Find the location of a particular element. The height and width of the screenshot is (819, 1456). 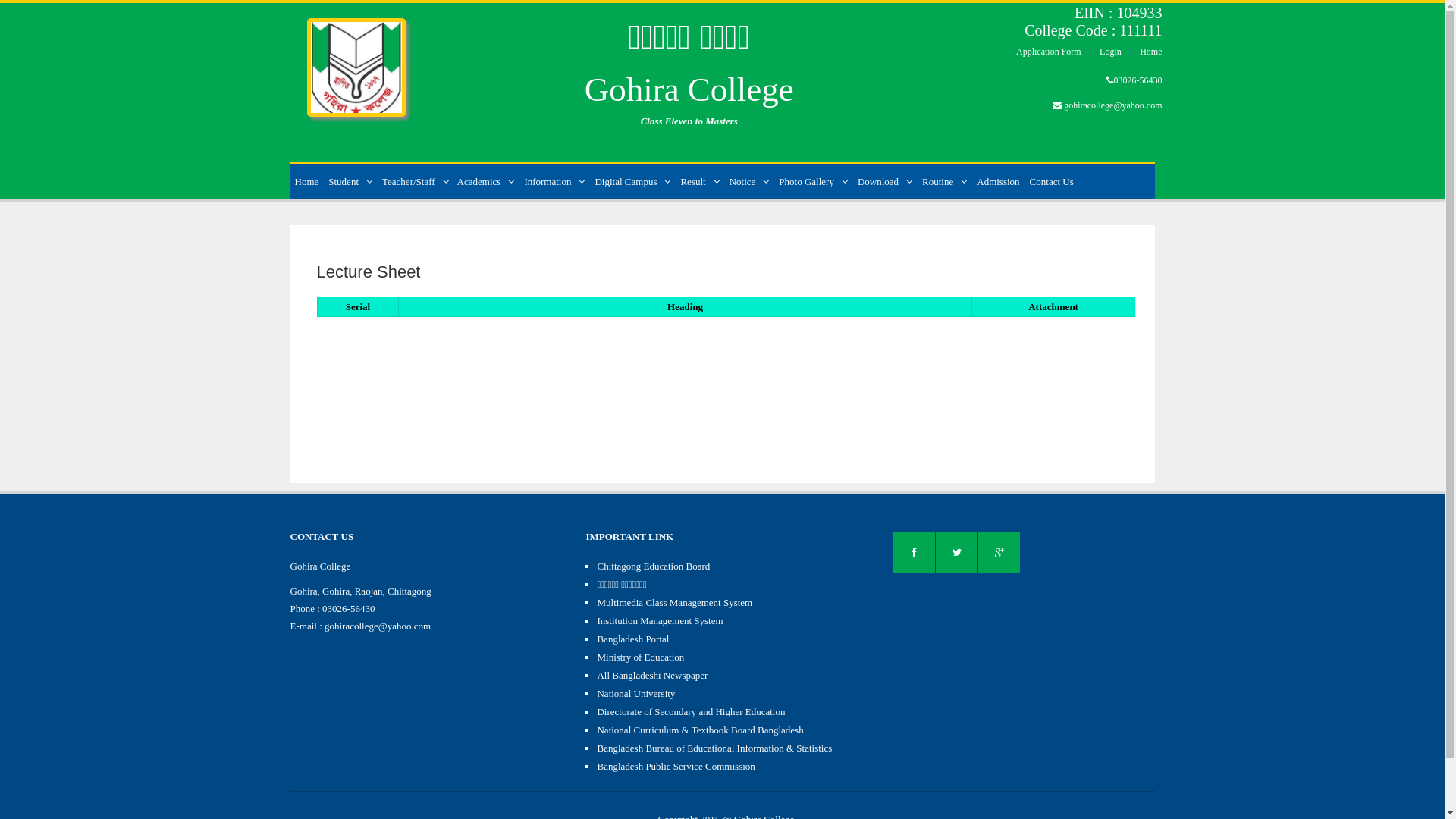

'Bangladesh Public Service Commission' is located at coordinates (675, 766).